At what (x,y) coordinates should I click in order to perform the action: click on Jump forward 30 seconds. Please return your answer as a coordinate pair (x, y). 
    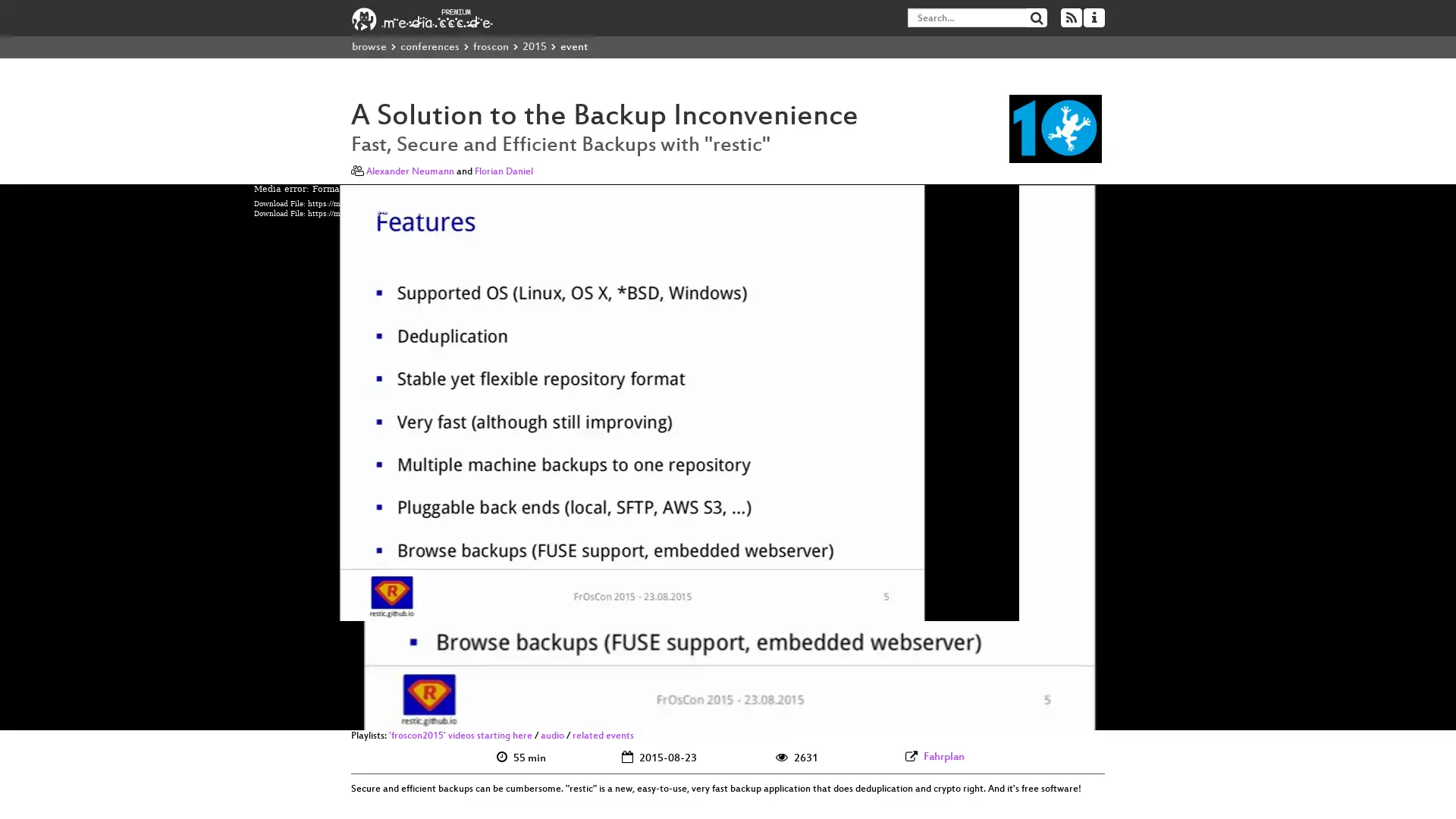
    Looking at the image, I should click on (309, 714).